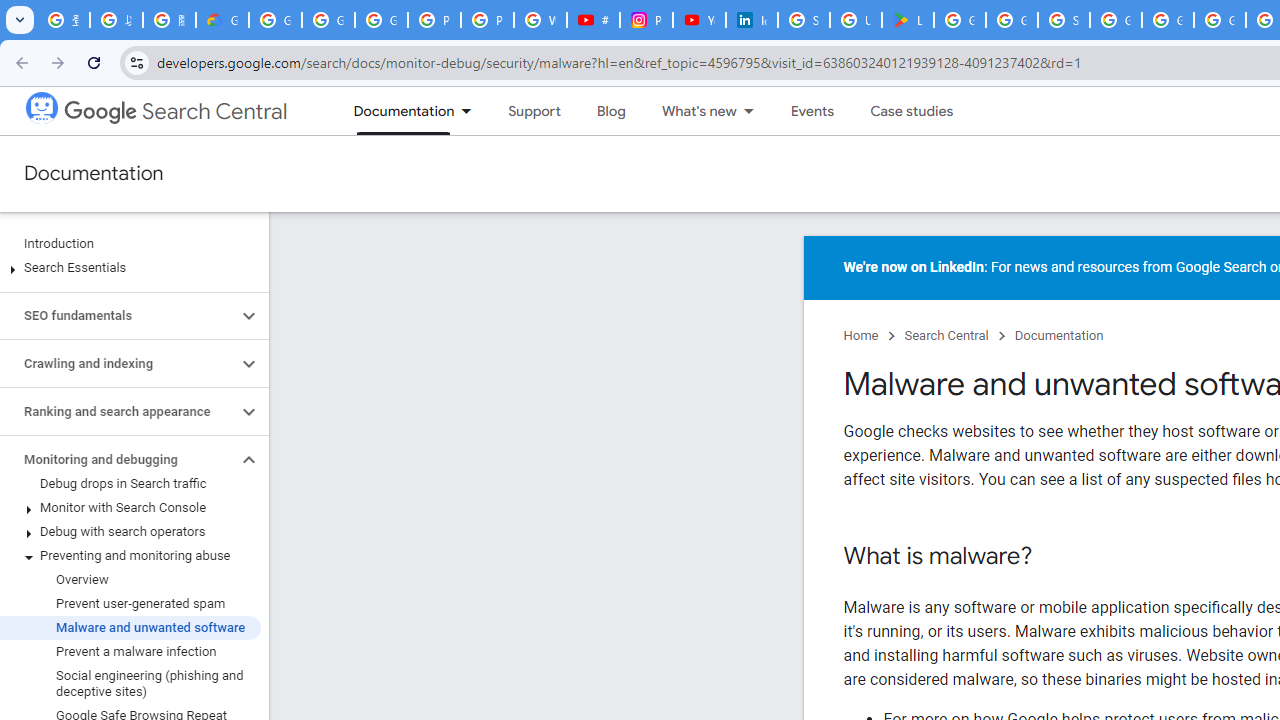  What do you see at coordinates (394, 111) in the screenshot?
I see `'Documentation, selected'` at bounding box center [394, 111].